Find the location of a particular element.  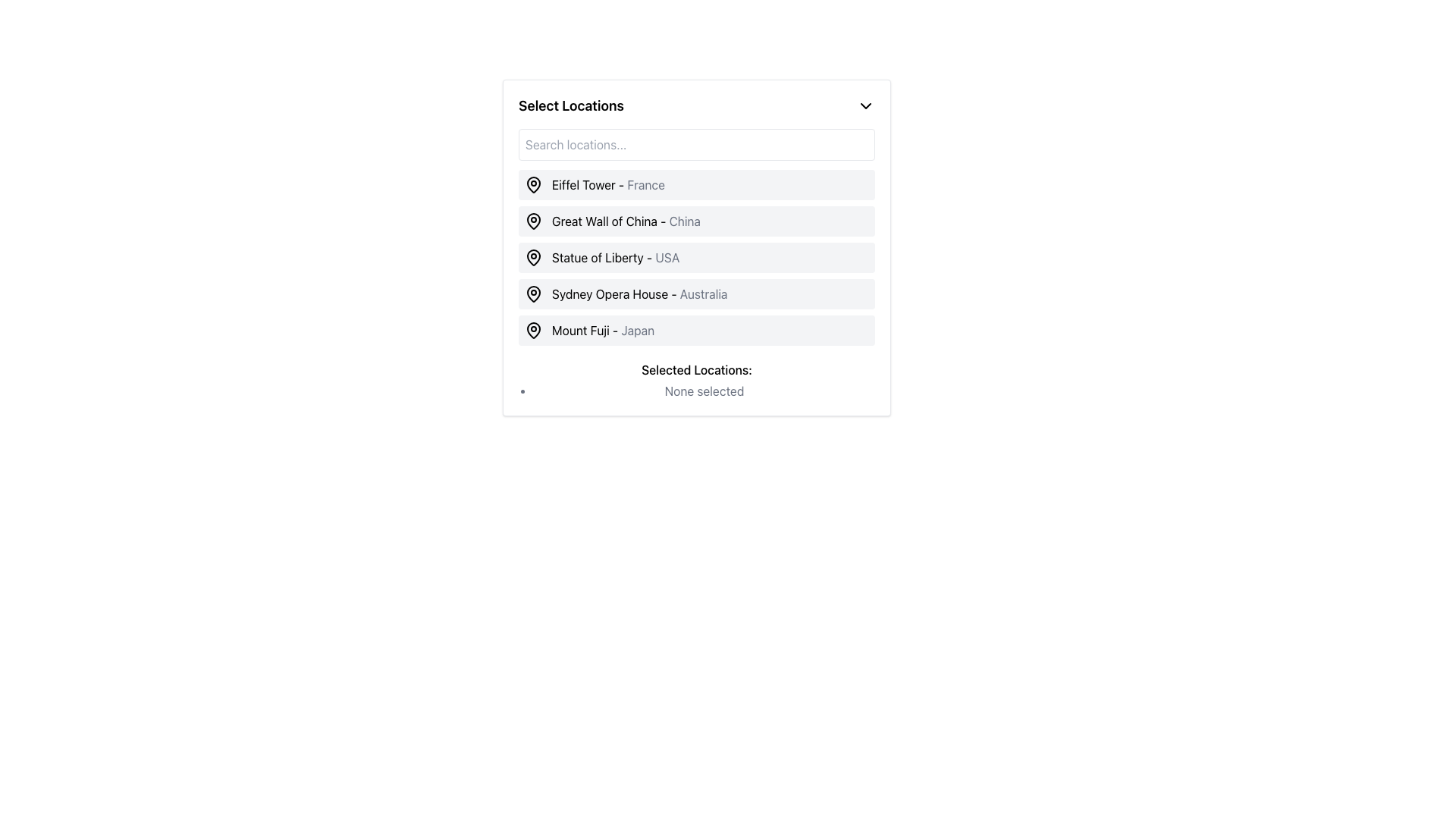

the third selectable list item labeled 'Statue of Liberty - USA' is located at coordinates (695, 256).